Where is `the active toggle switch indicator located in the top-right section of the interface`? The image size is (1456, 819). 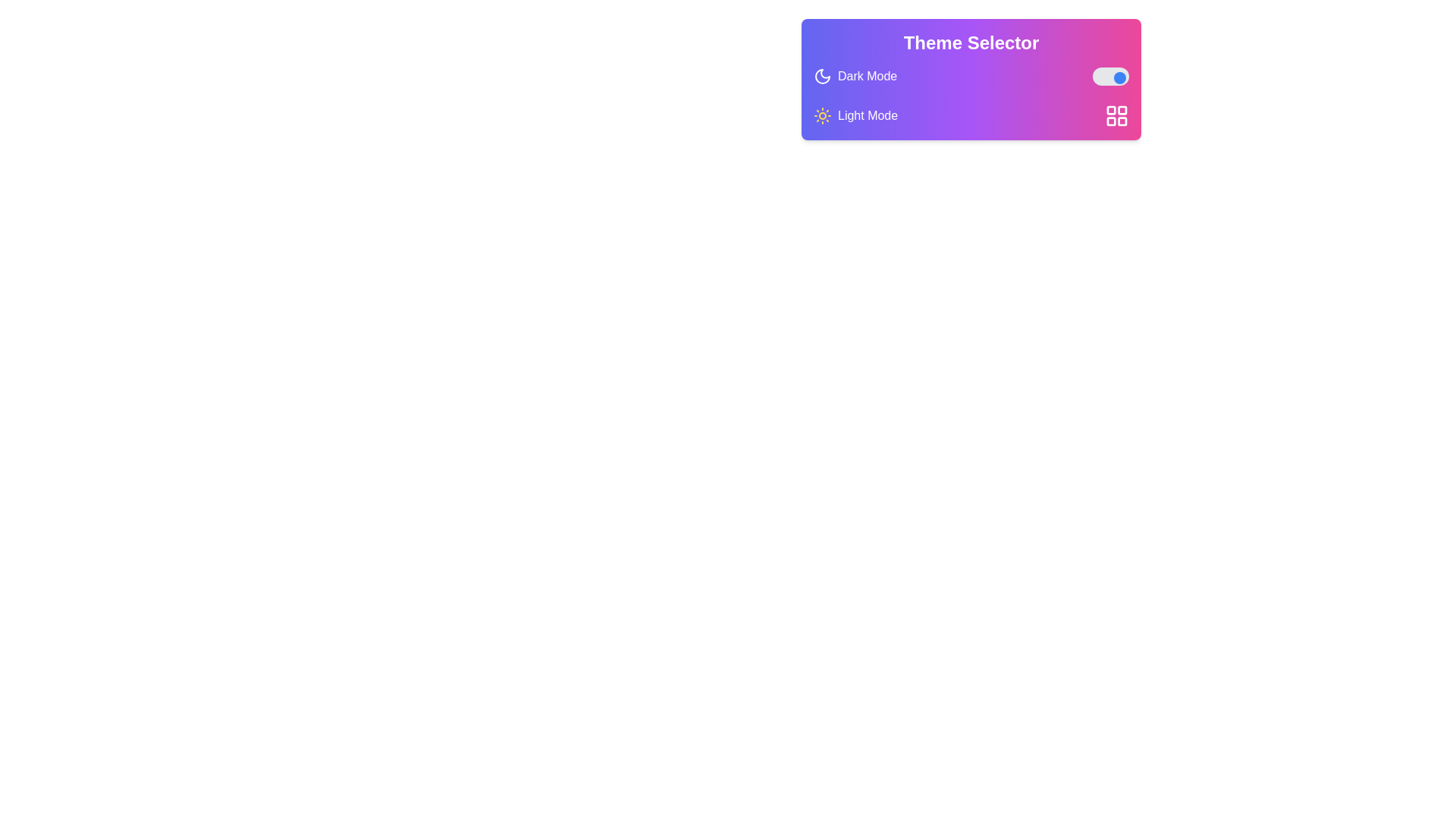
the active toggle switch indicator located in the top-right section of the interface is located at coordinates (1120, 78).